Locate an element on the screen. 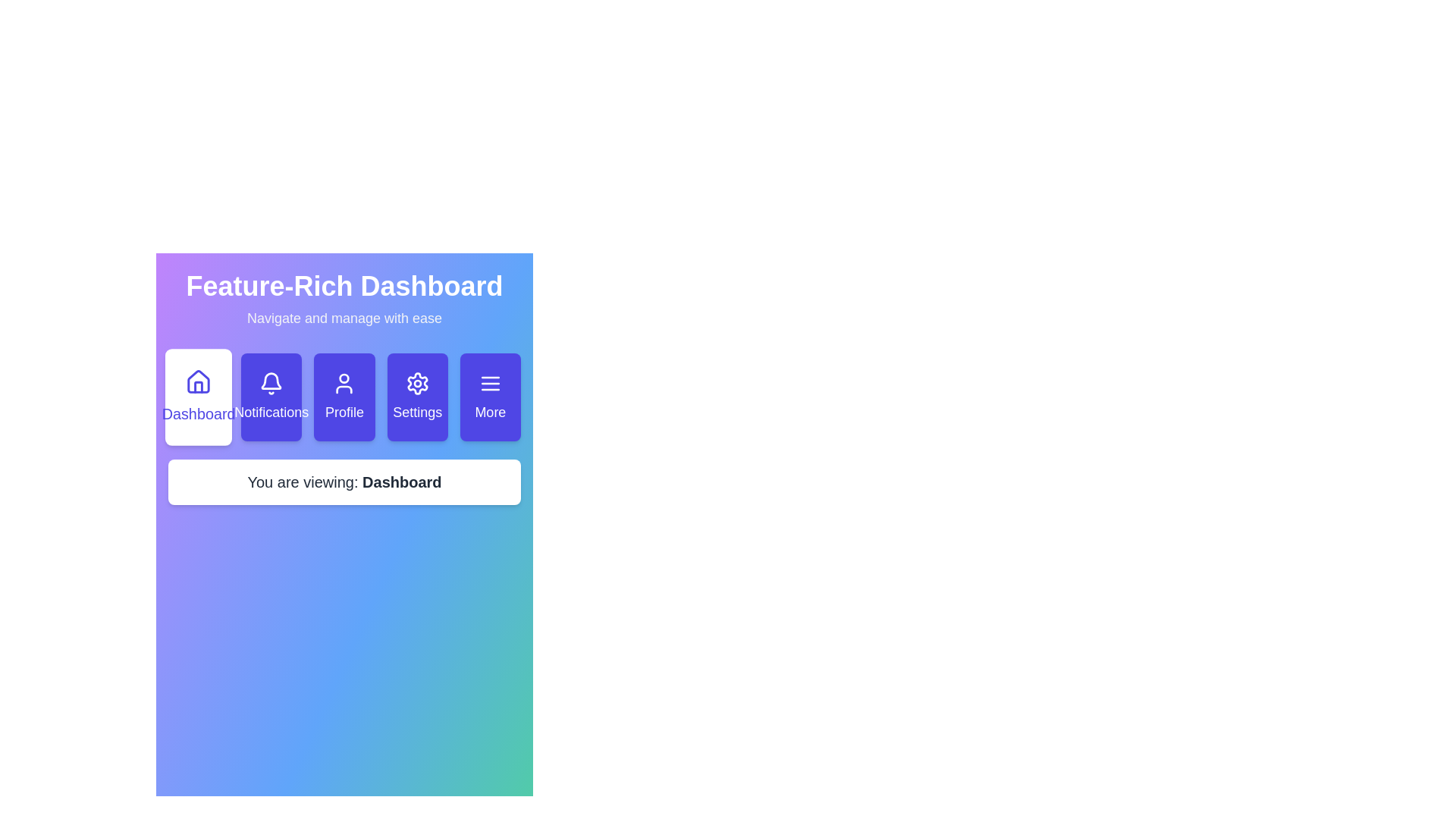 This screenshot has width=1456, height=819. the 'Dashboard' navigational button to redirect to the dashboard section of the application is located at coordinates (198, 397).